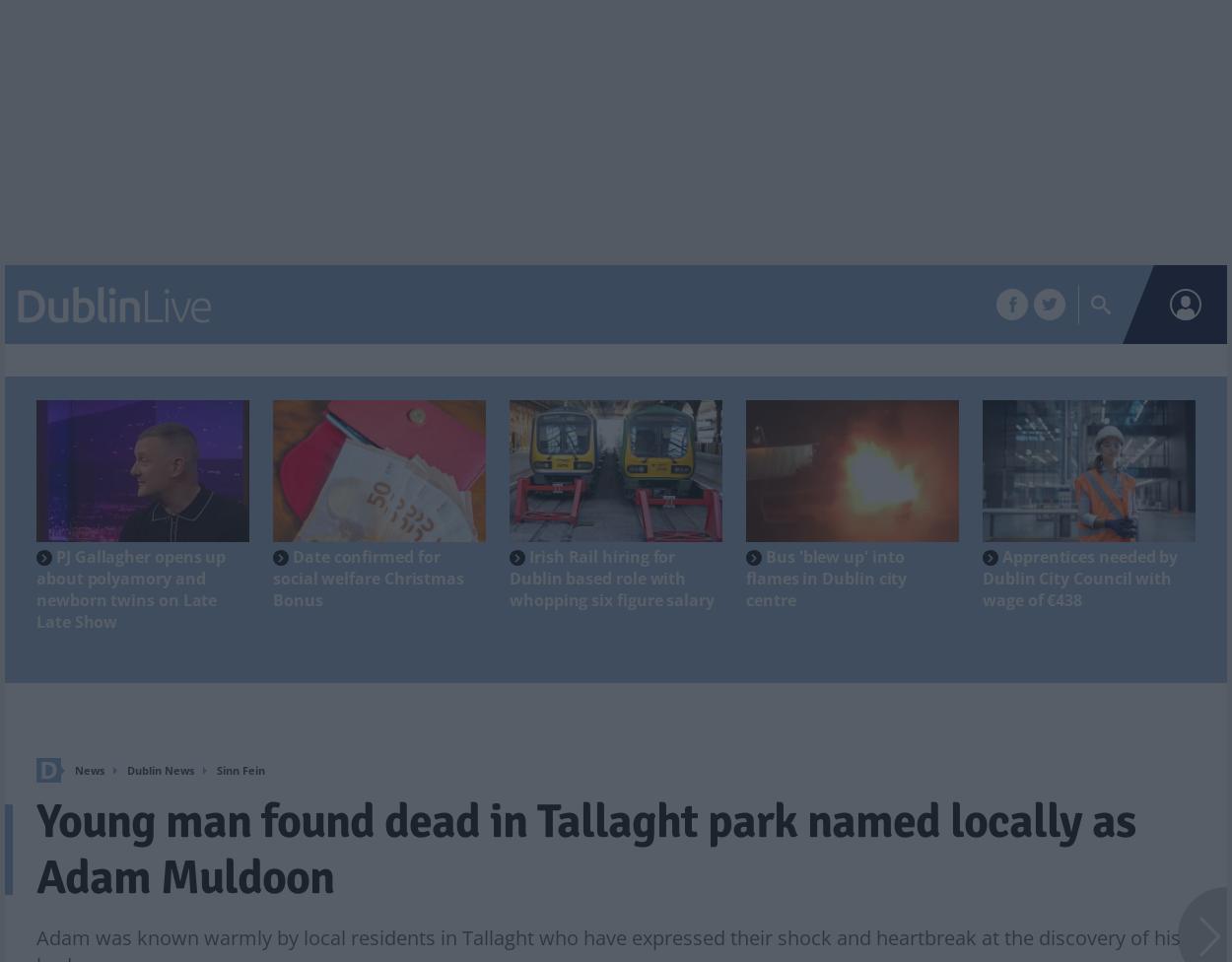 This screenshot has height=962, width=1232. Describe the element at coordinates (485, 306) in the screenshot. I see `'Property'` at that location.